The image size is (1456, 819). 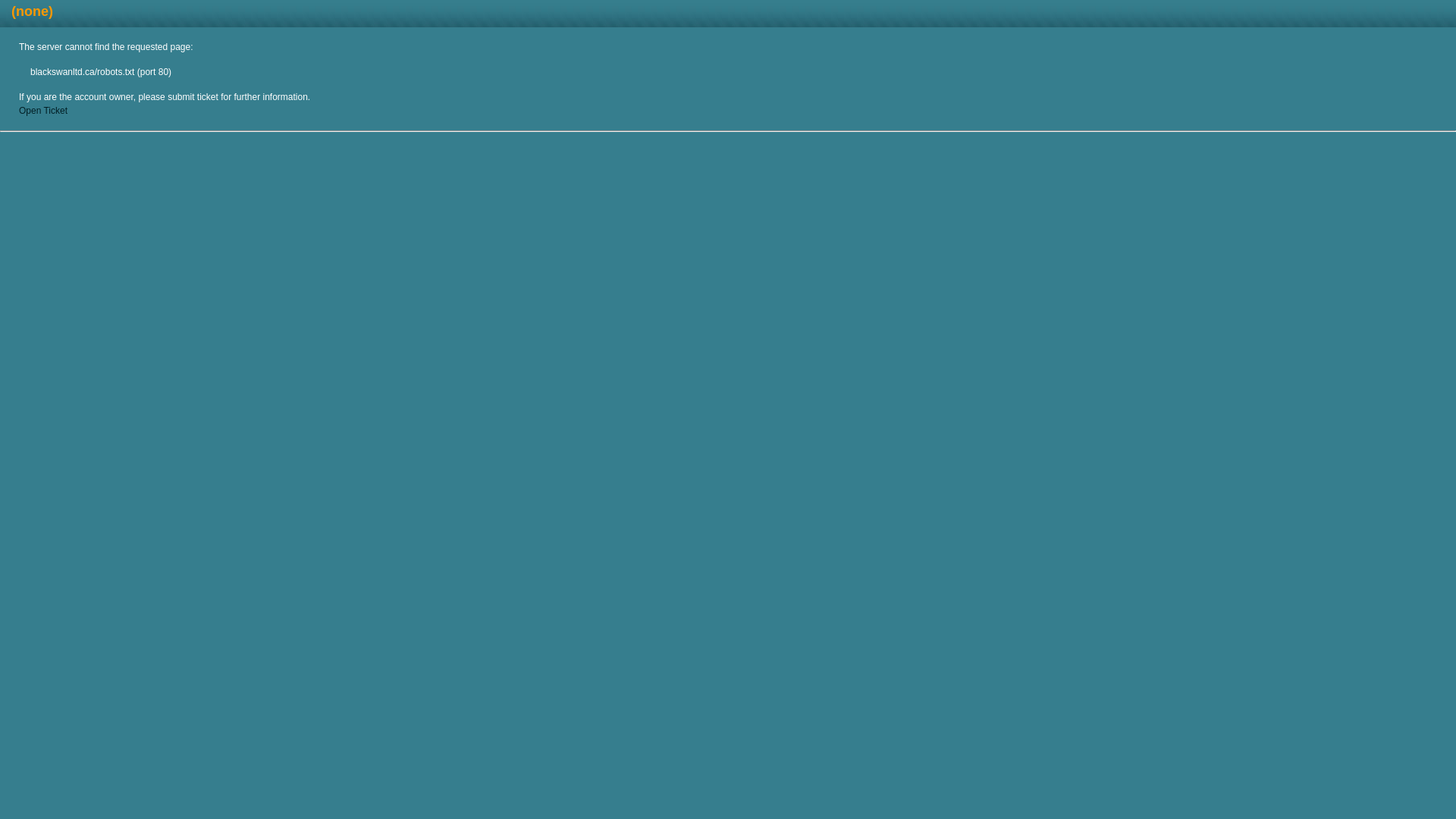 What do you see at coordinates (43, 110) in the screenshot?
I see `'Open Ticket'` at bounding box center [43, 110].